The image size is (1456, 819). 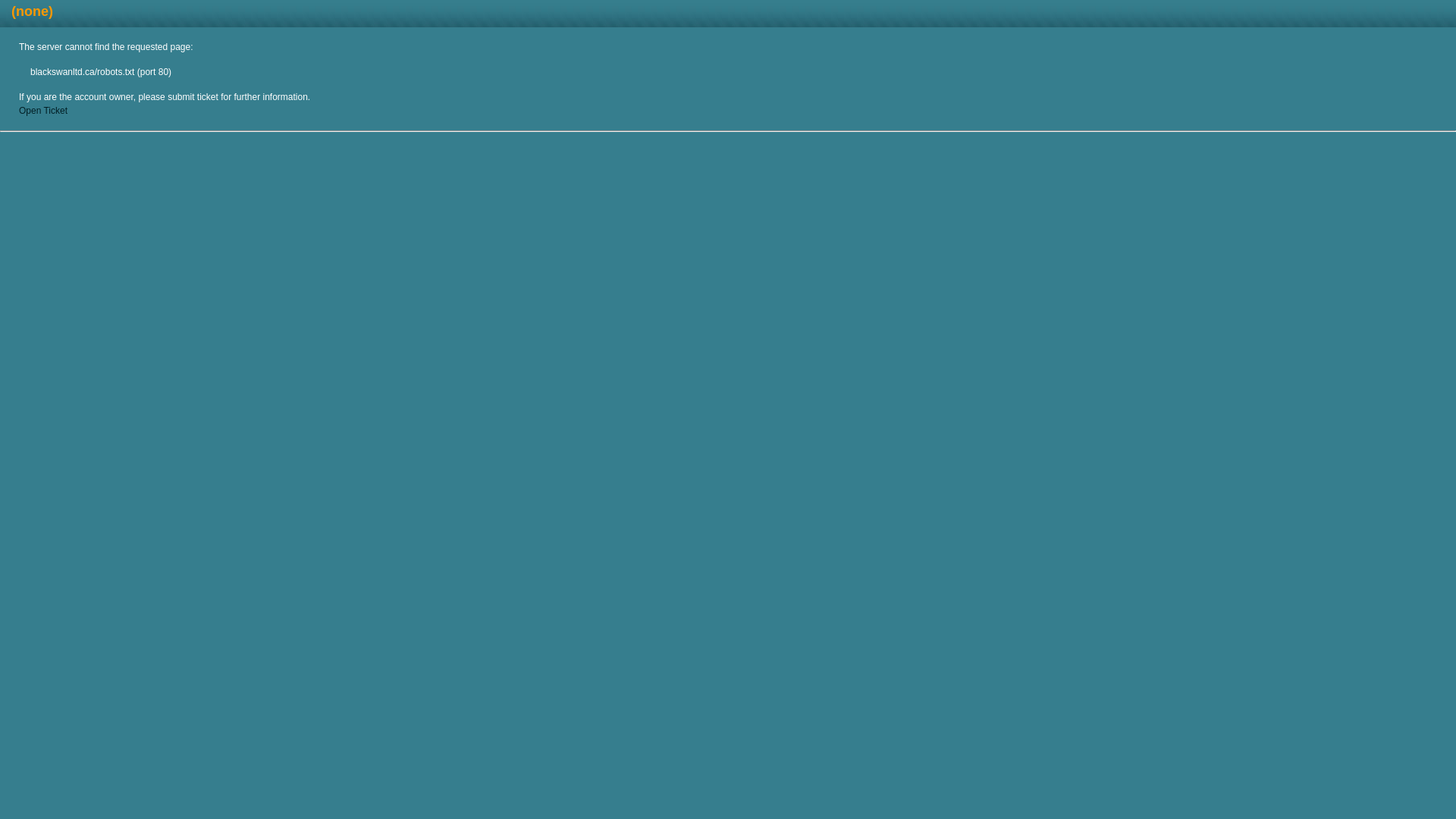 What do you see at coordinates (43, 110) in the screenshot?
I see `'Open Ticket'` at bounding box center [43, 110].